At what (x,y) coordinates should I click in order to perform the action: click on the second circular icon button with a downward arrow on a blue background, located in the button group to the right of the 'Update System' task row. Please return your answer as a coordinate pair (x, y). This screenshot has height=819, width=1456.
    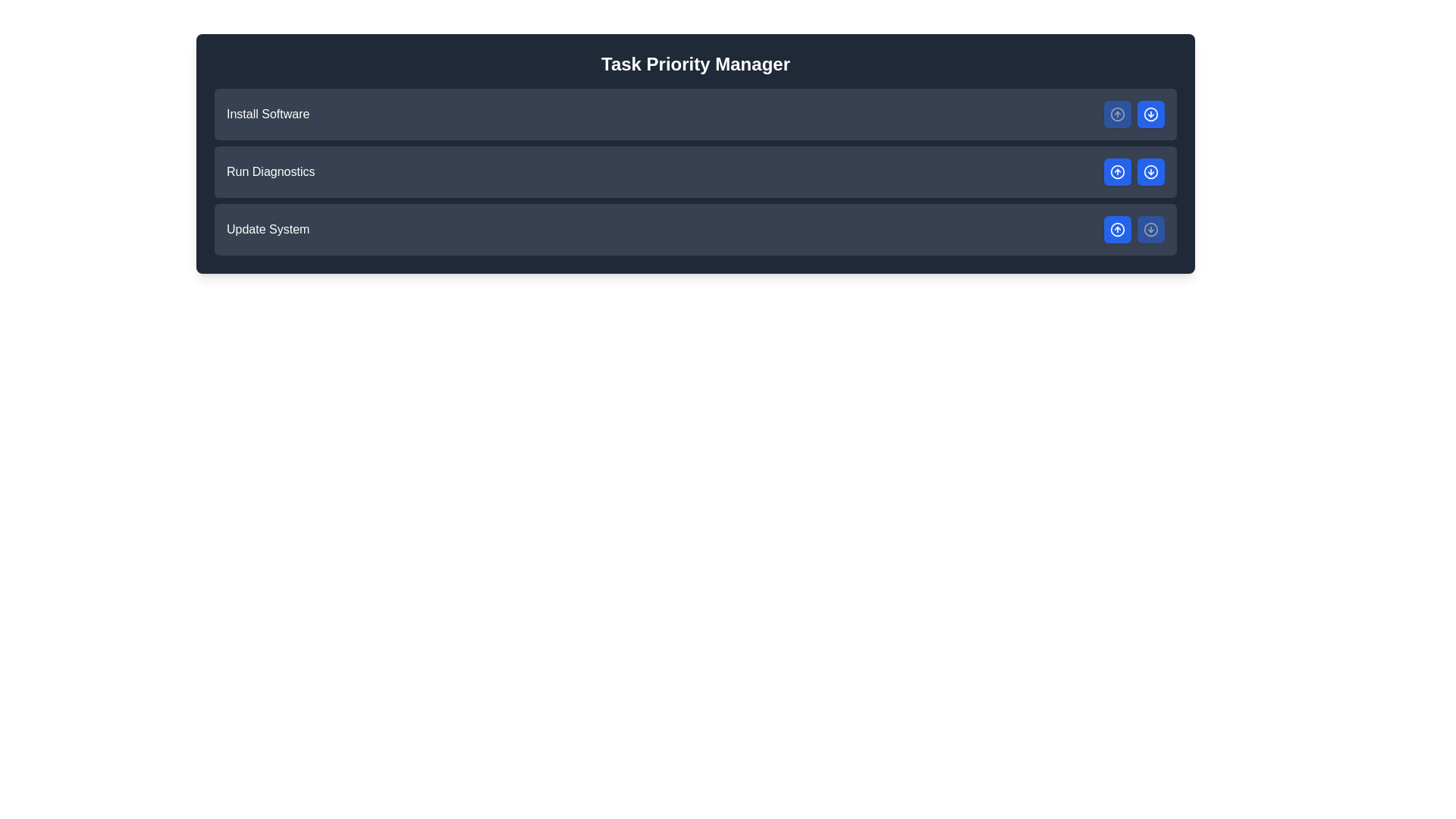
    Looking at the image, I should click on (1150, 230).